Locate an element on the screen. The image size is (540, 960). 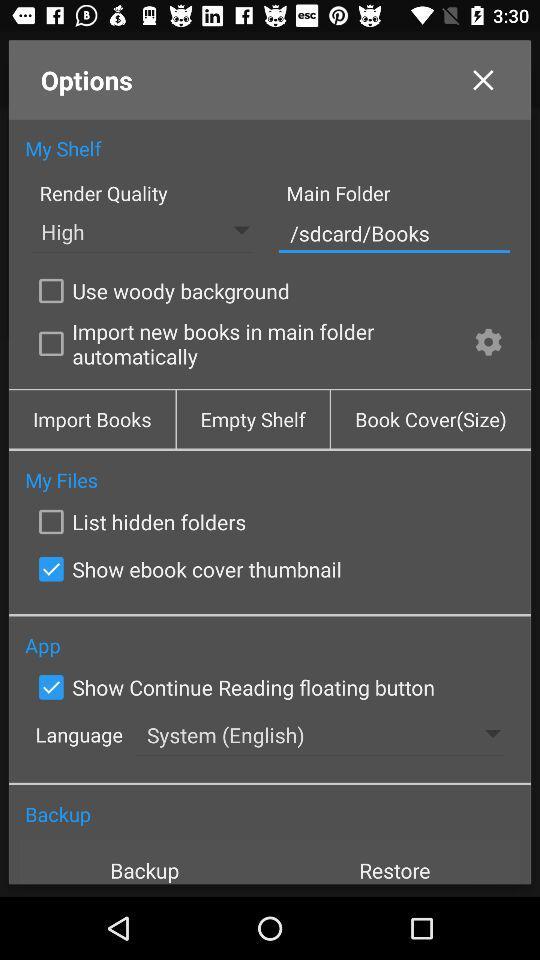
the checkbox next to import new books item is located at coordinates (487, 345).